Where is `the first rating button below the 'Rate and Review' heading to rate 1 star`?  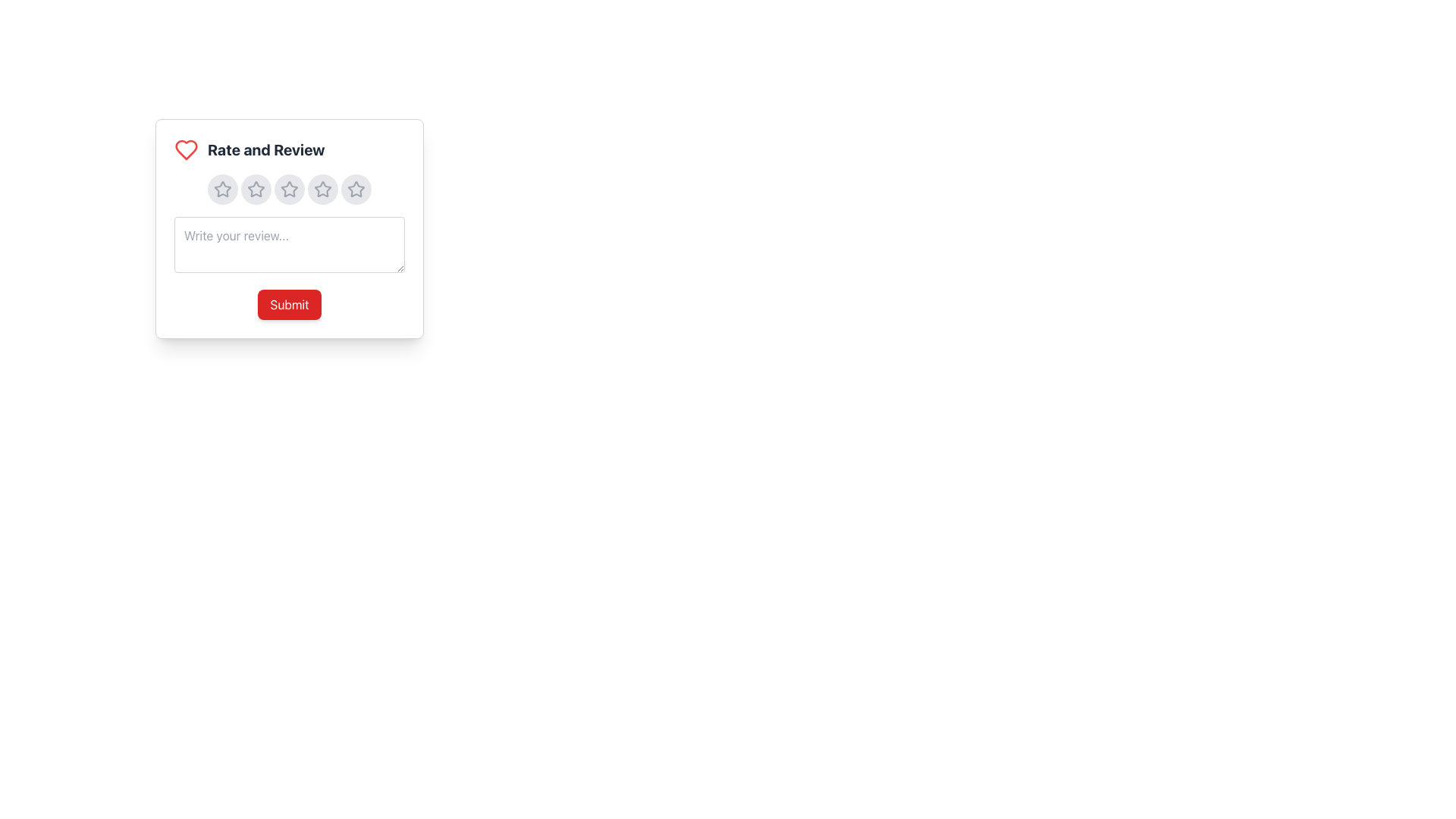
the first rating button below the 'Rate and Review' heading to rate 1 star is located at coordinates (221, 189).